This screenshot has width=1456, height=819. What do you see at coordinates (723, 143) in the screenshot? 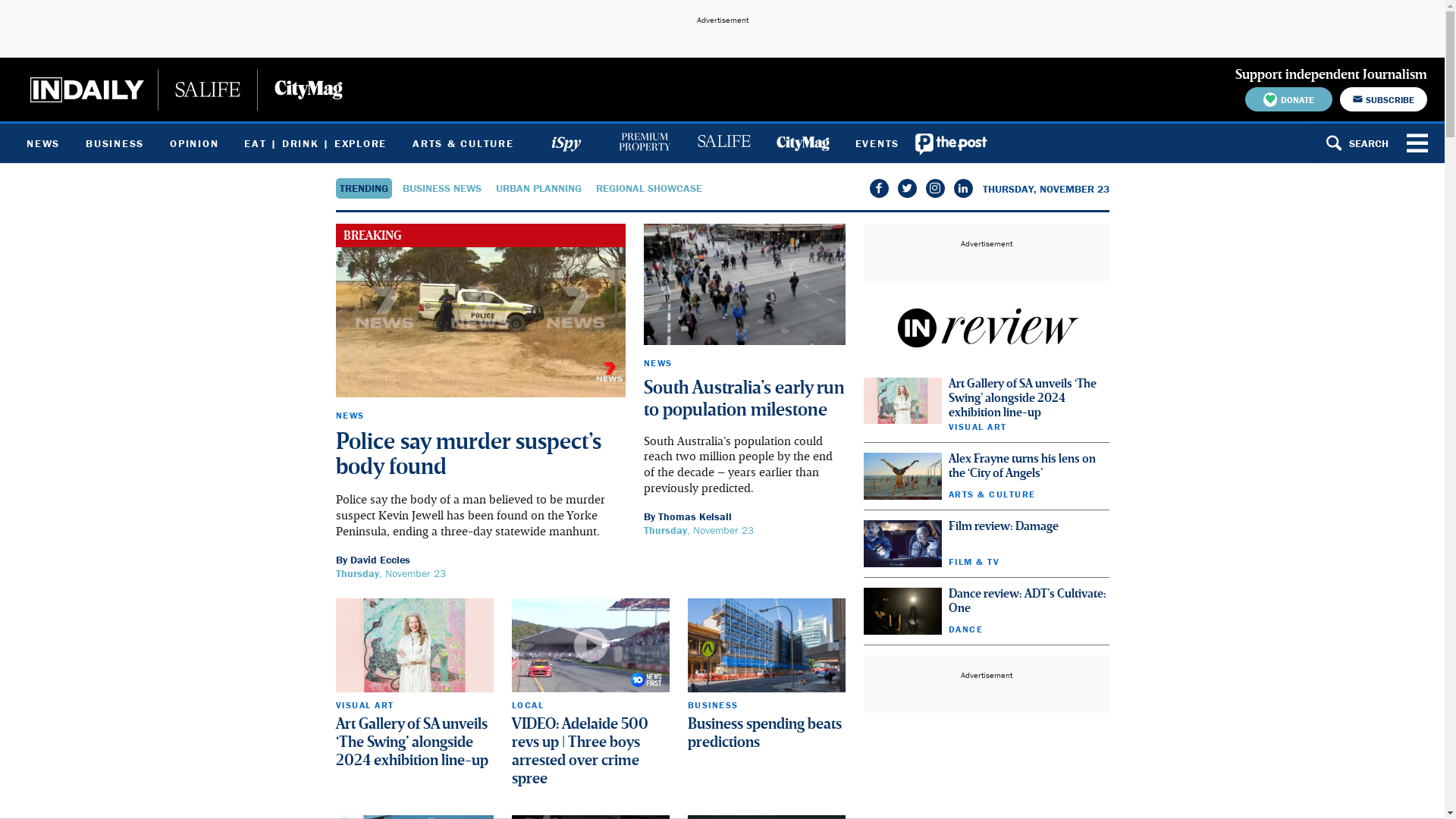
I see `'SALIFE'` at bounding box center [723, 143].